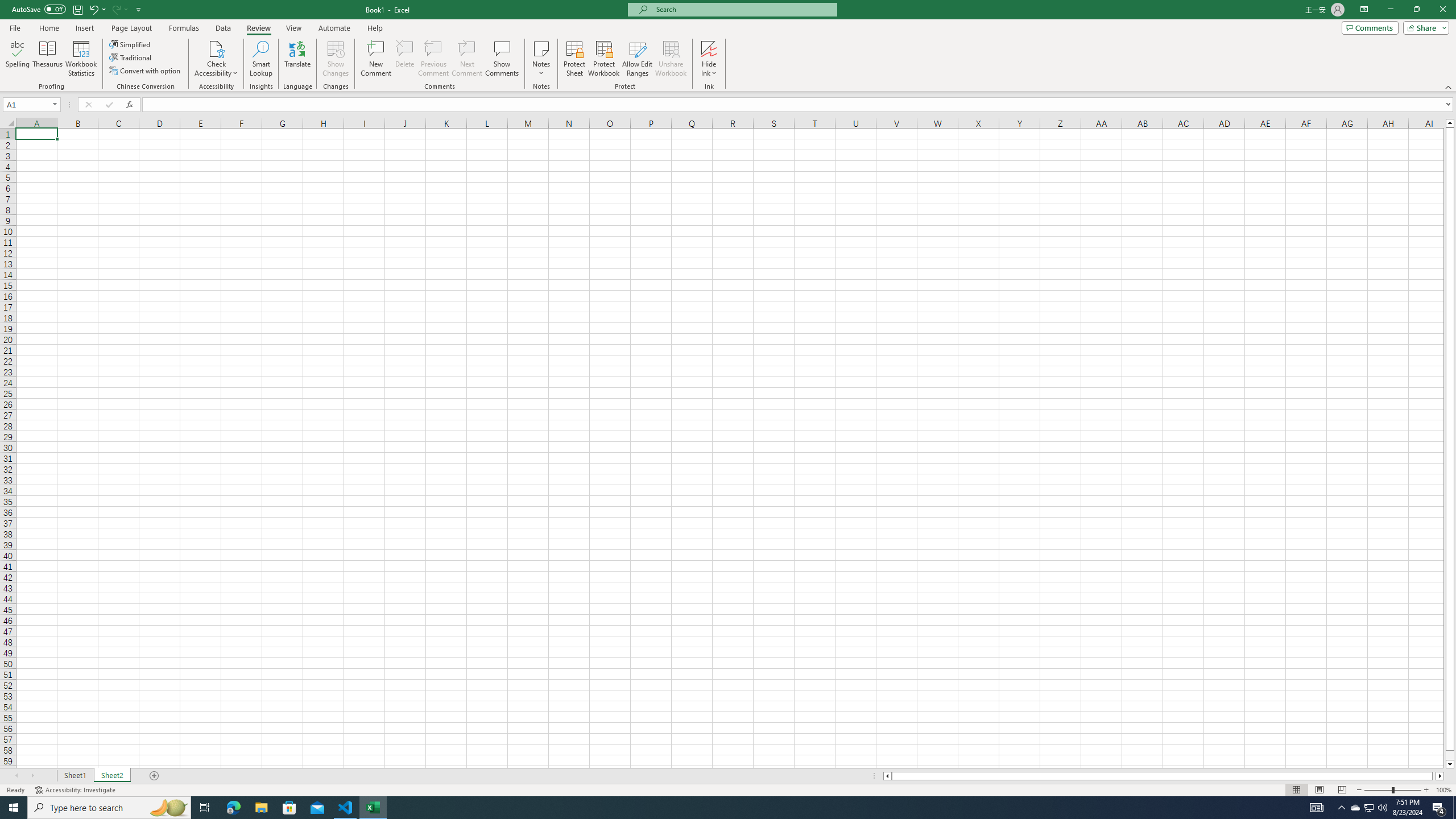  Describe the element at coordinates (260, 59) in the screenshot. I see `'Smart Lookup'` at that location.